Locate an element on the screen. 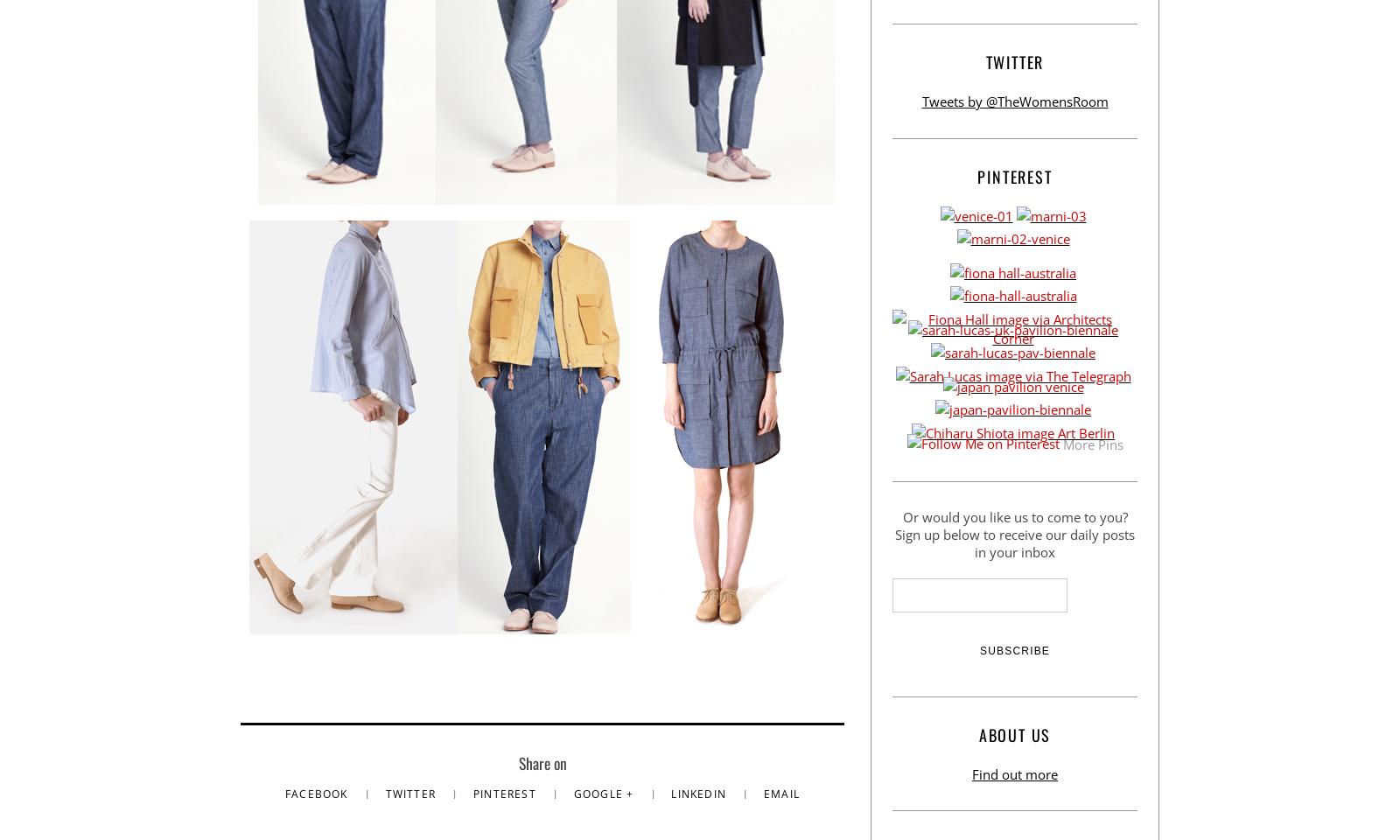  'Email' is located at coordinates (780, 794).